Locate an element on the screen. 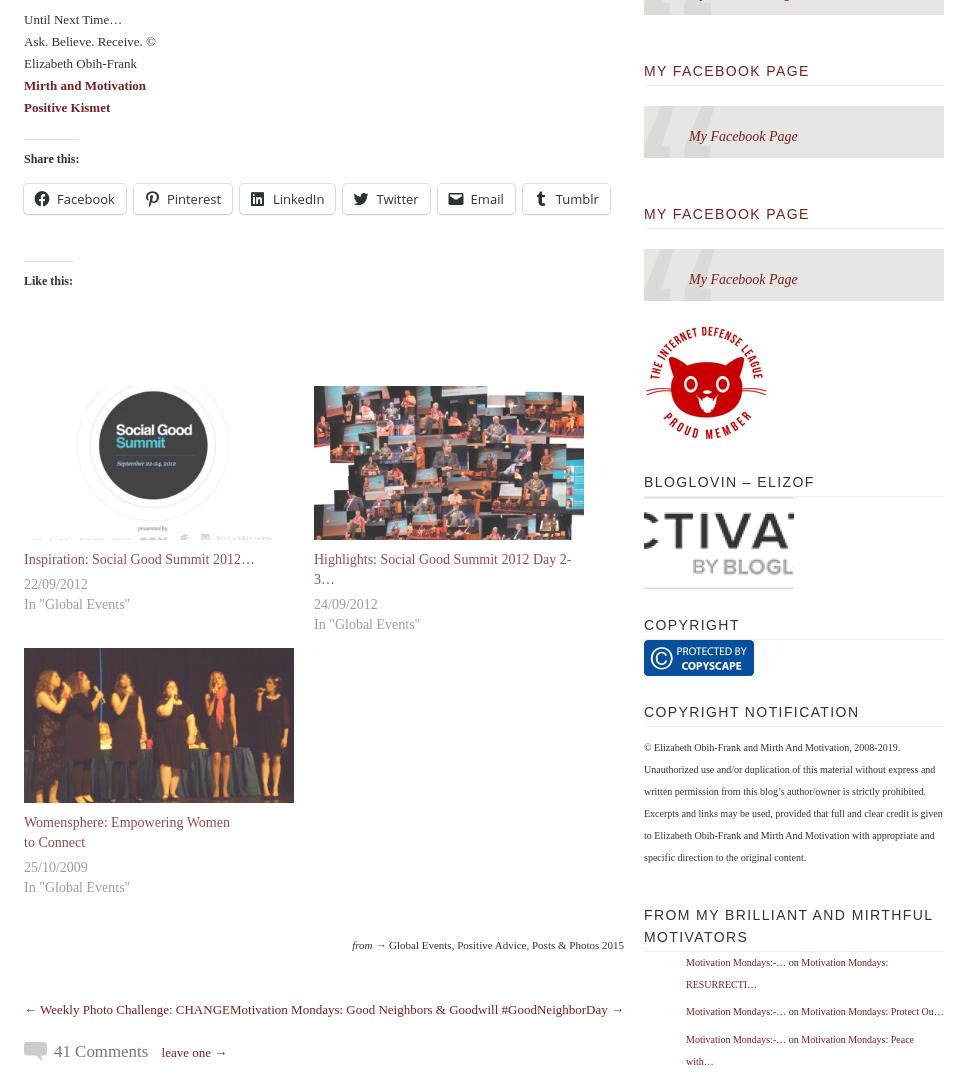 Image resolution: width=968 pixels, height=1073 pixels. 'Motivation Mondays: Peace with…' is located at coordinates (798, 1050).